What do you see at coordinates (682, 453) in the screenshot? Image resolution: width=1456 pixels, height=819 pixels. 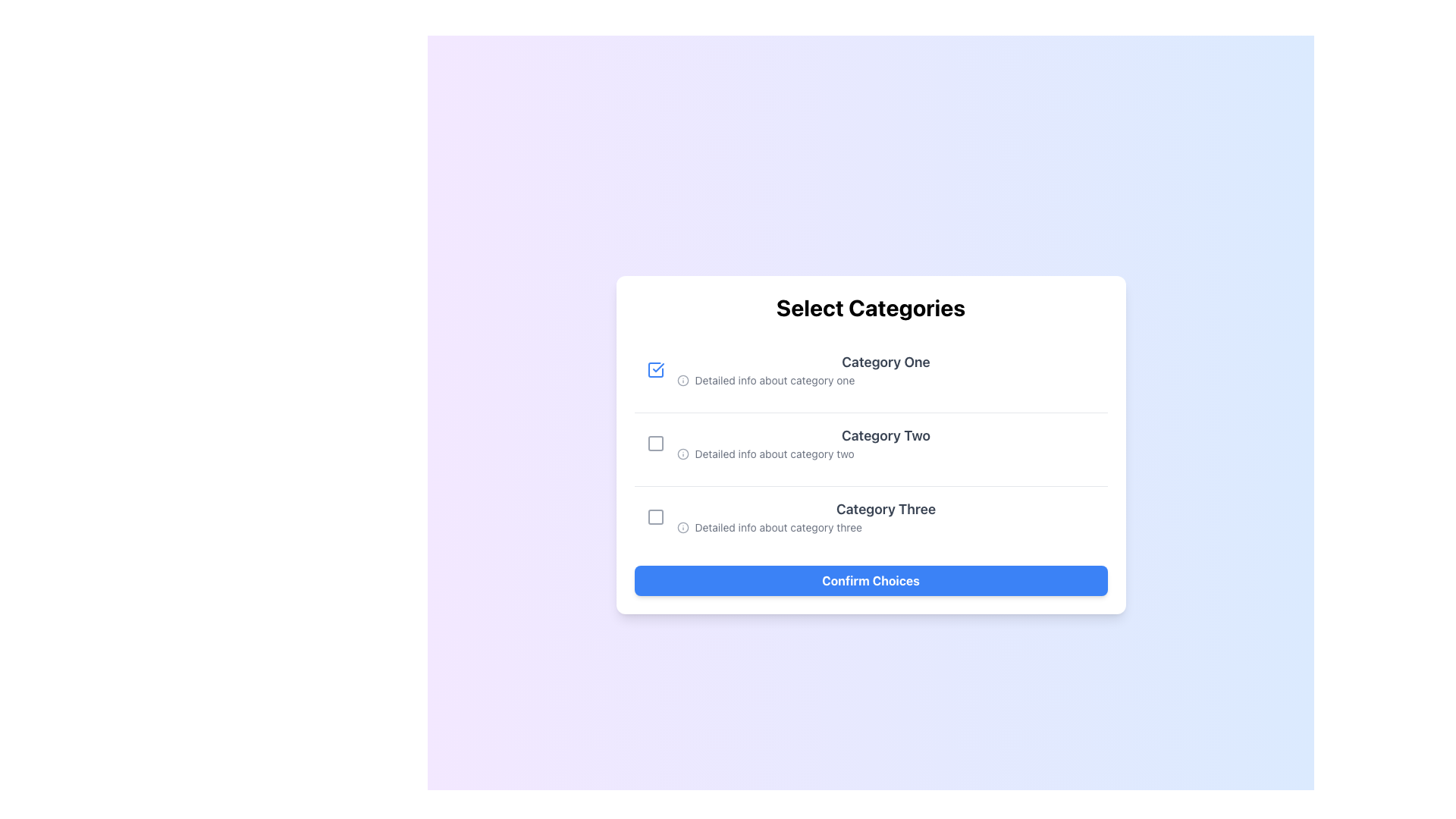 I see `the SVG Circle Element of the info icon located to the left of the description text 'Detailed info about category two' in the 'Select Categories' dialog box` at bounding box center [682, 453].